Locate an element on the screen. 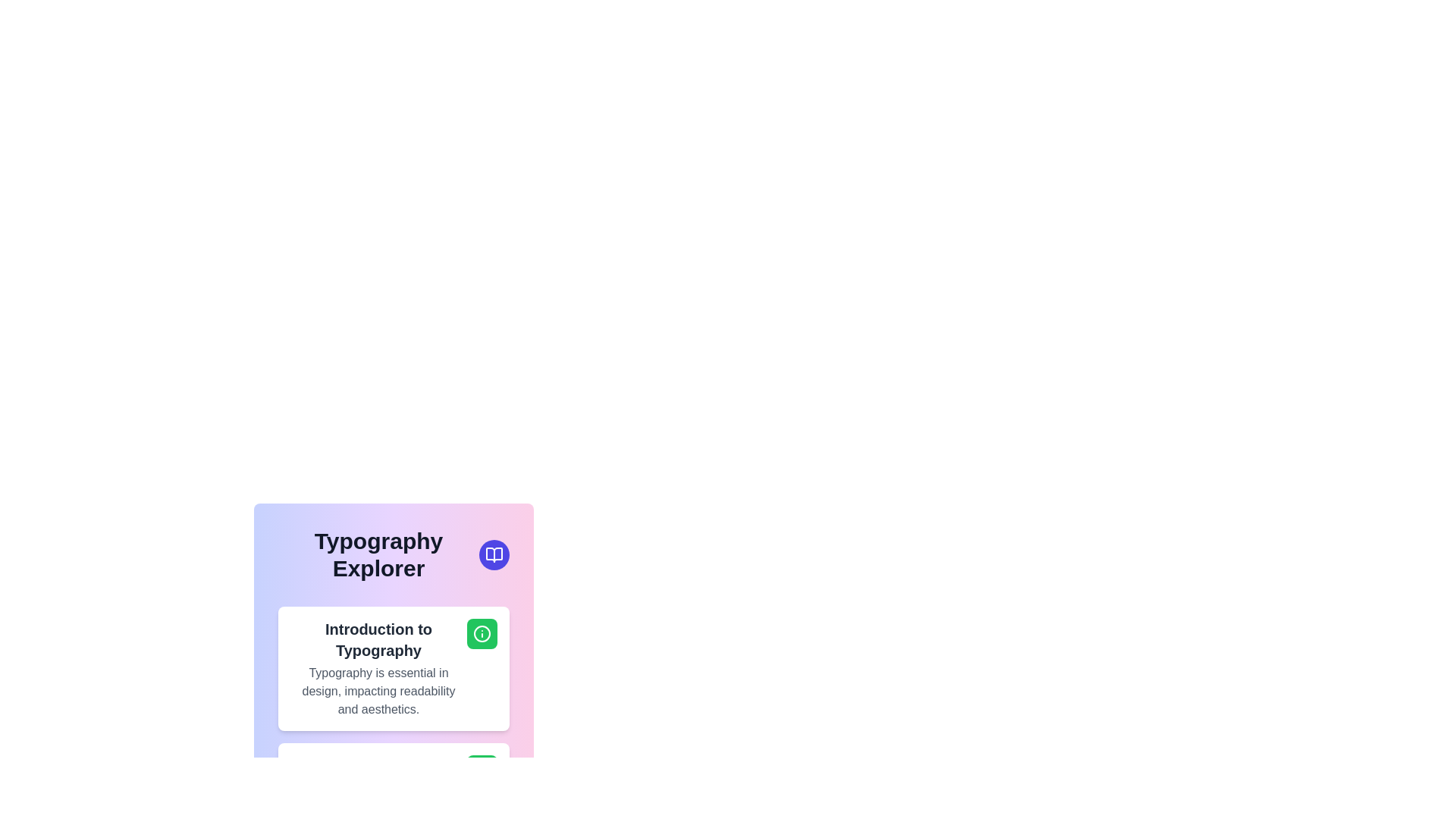 The image size is (1456, 819). the open book icon located in the top-right corner of the 'Typography Explorer' component, adjacent to the header text is located at coordinates (494, 555).